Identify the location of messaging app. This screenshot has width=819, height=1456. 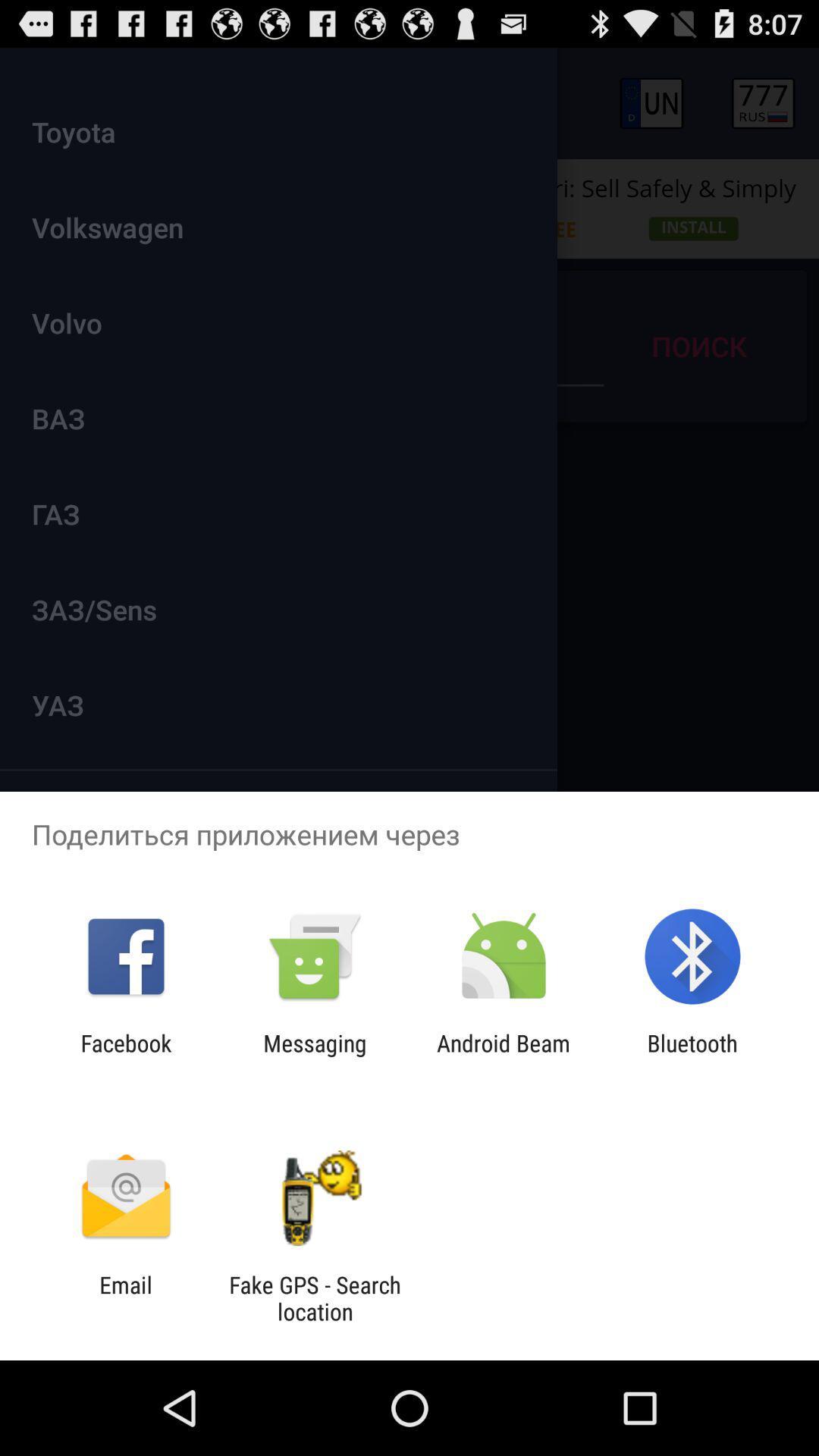
(314, 1056).